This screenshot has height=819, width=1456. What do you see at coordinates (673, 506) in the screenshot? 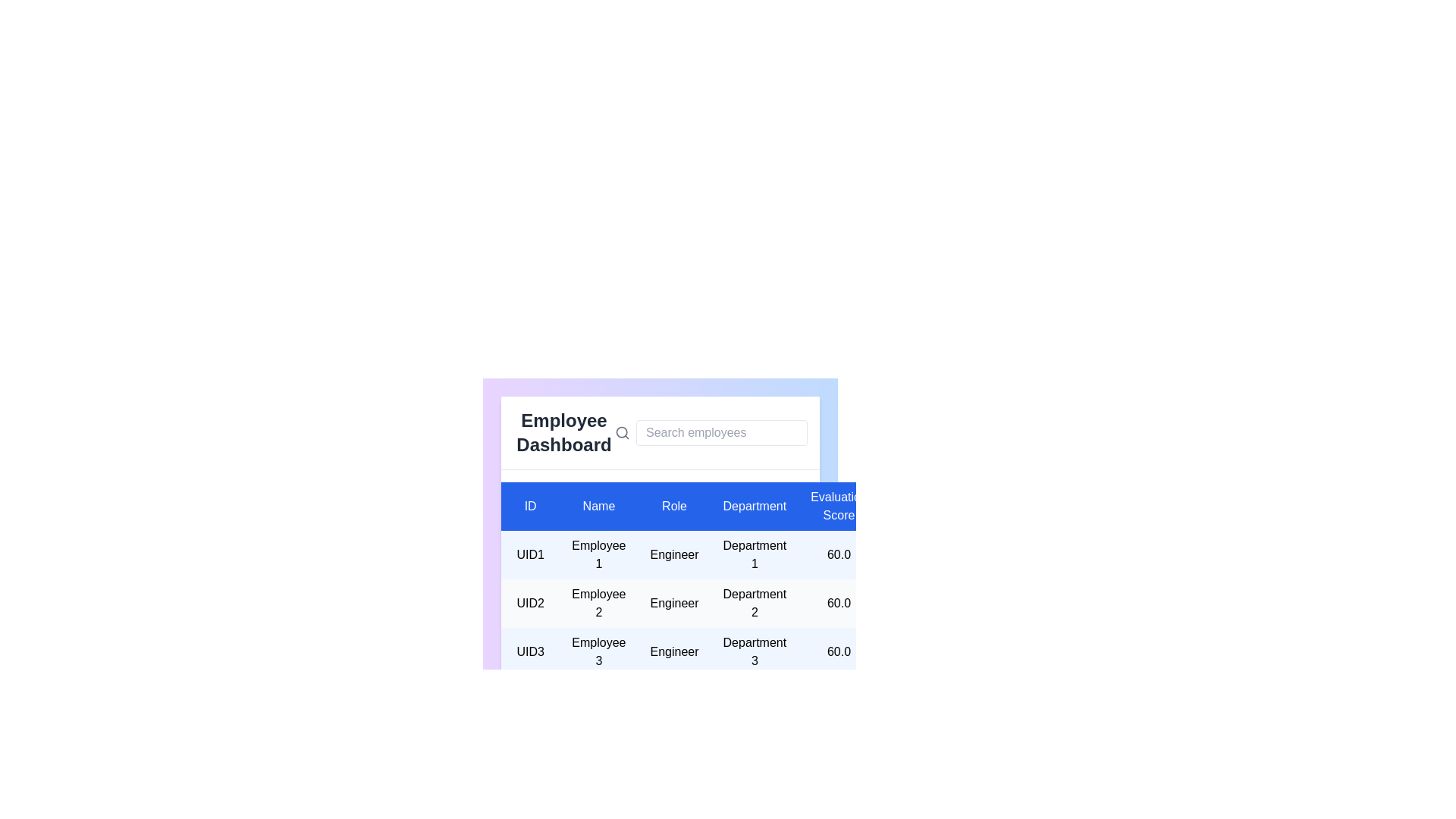
I see `the table header labeled 'Role' to highlight the respective column` at bounding box center [673, 506].